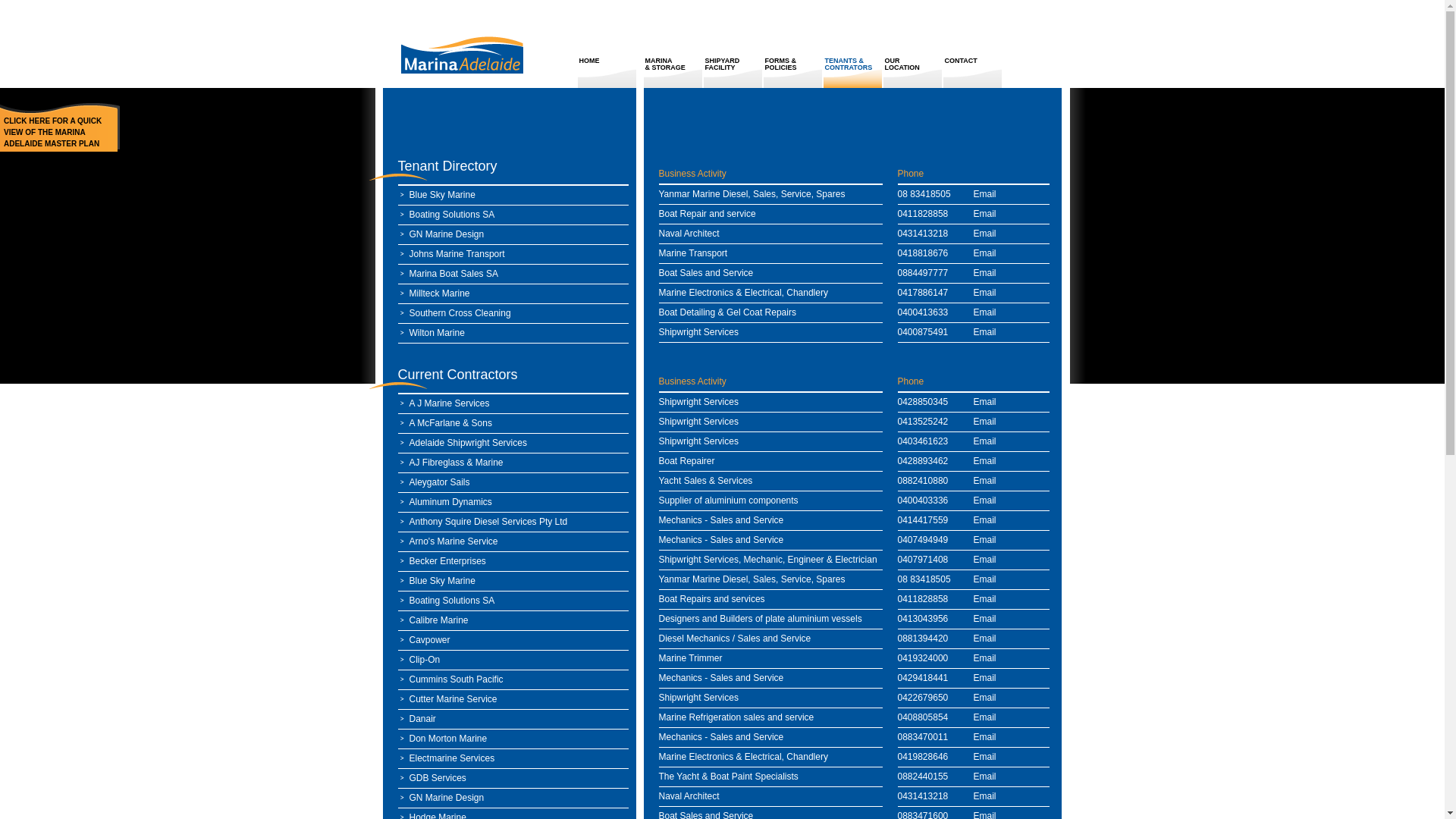  What do you see at coordinates (985, 539) in the screenshot?
I see `'Email'` at bounding box center [985, 539].